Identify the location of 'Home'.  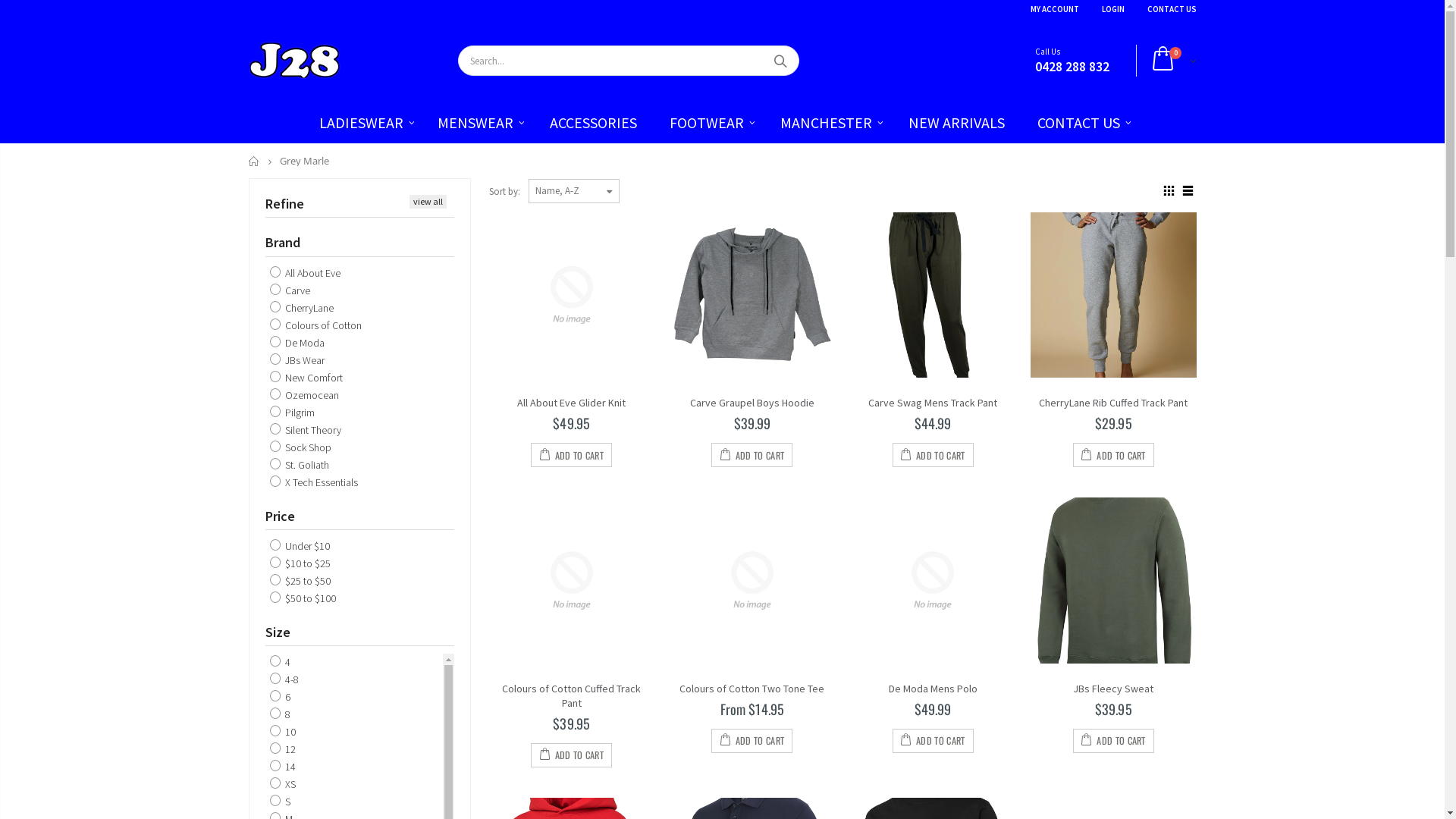
(254, 161).